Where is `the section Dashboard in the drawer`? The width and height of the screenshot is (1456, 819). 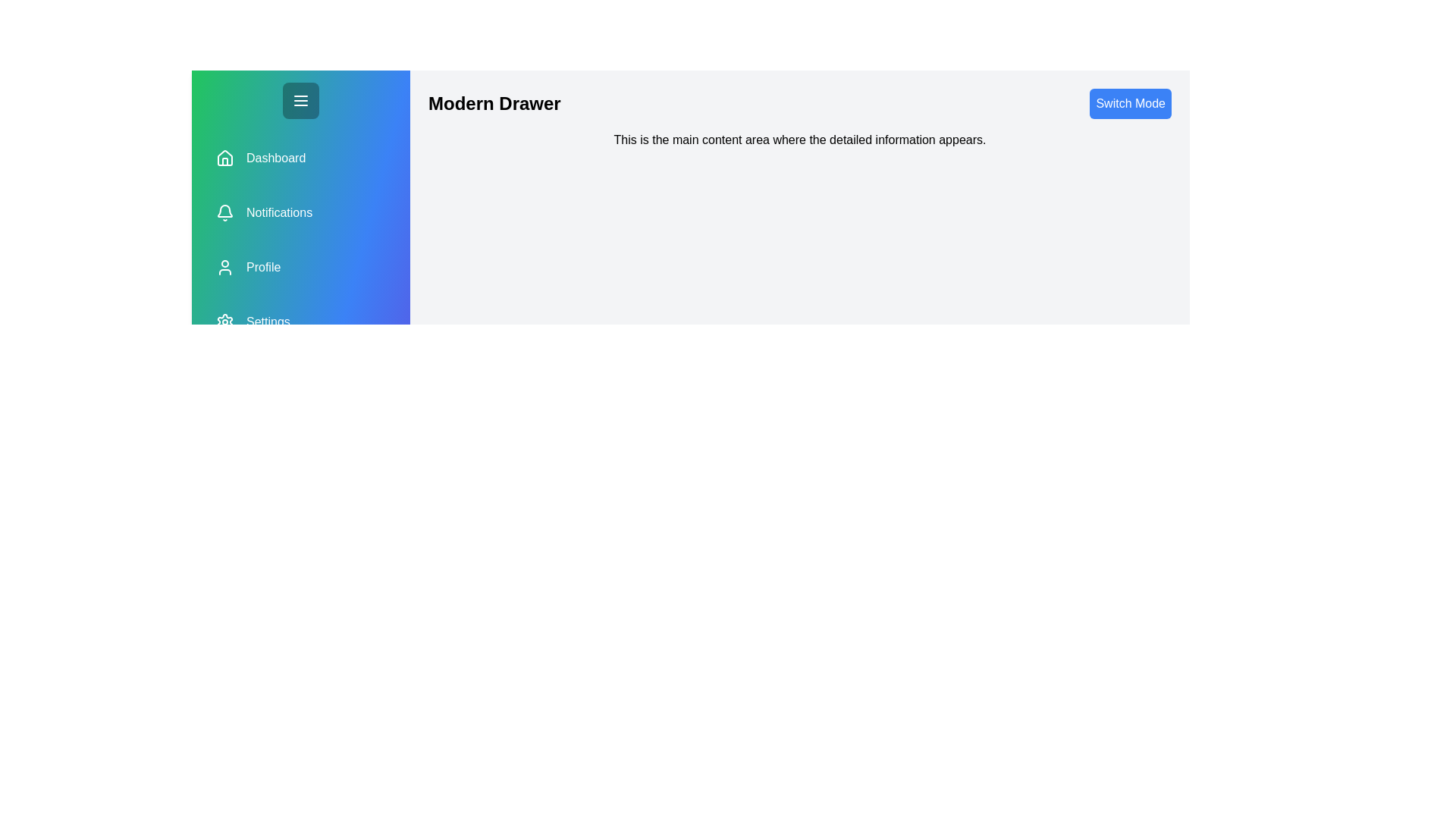
the section Dashboard in the drawer is located at coordinates (301, 158).